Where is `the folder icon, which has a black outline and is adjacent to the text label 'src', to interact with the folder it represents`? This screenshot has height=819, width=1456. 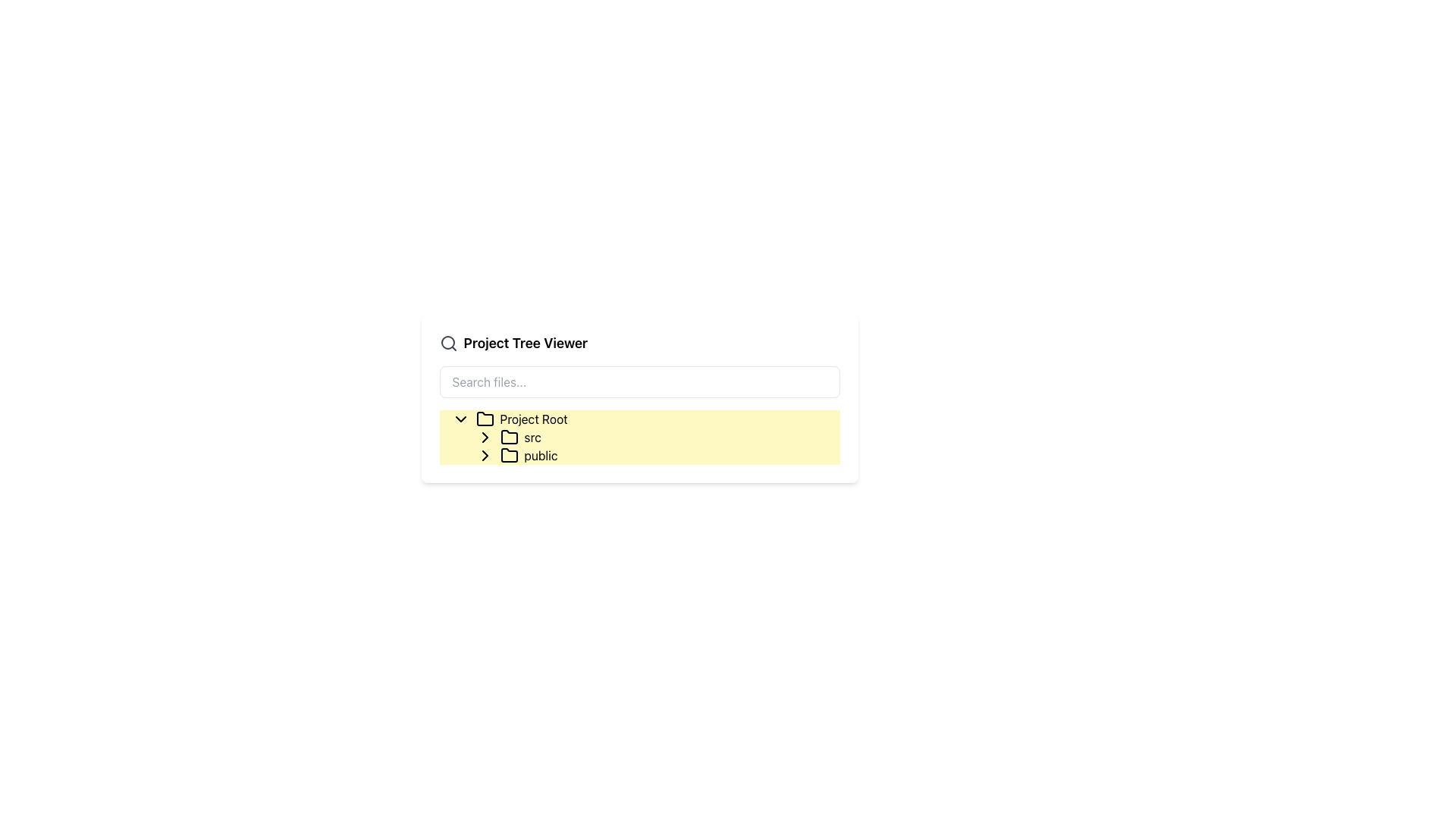
the folder icon, which has a black outline and is adjacent to the text label 'src', to interact with the folder it represents is located at coordinates (509, 438).